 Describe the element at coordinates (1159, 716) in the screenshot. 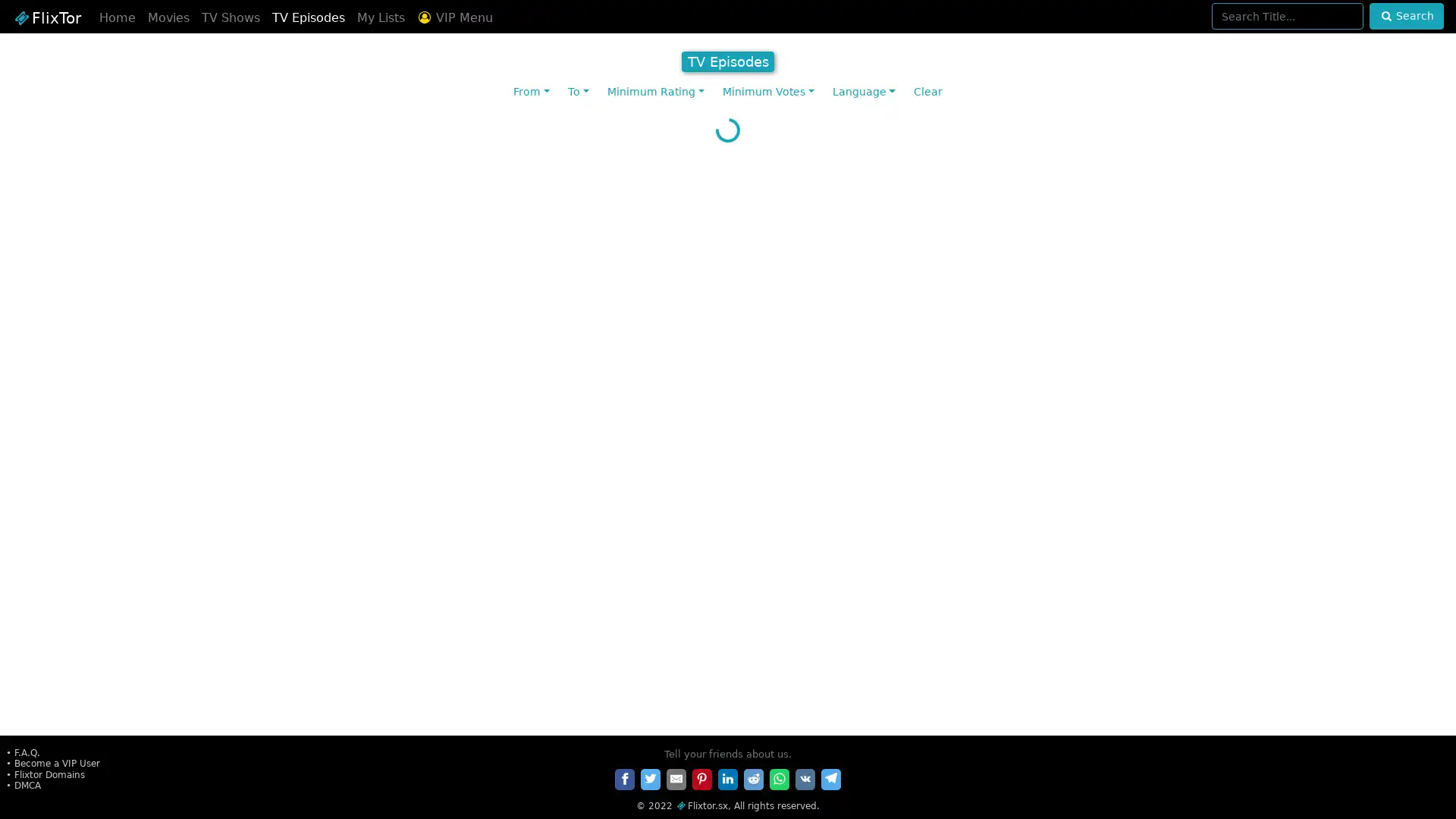

I see `Watch Now` at that location.